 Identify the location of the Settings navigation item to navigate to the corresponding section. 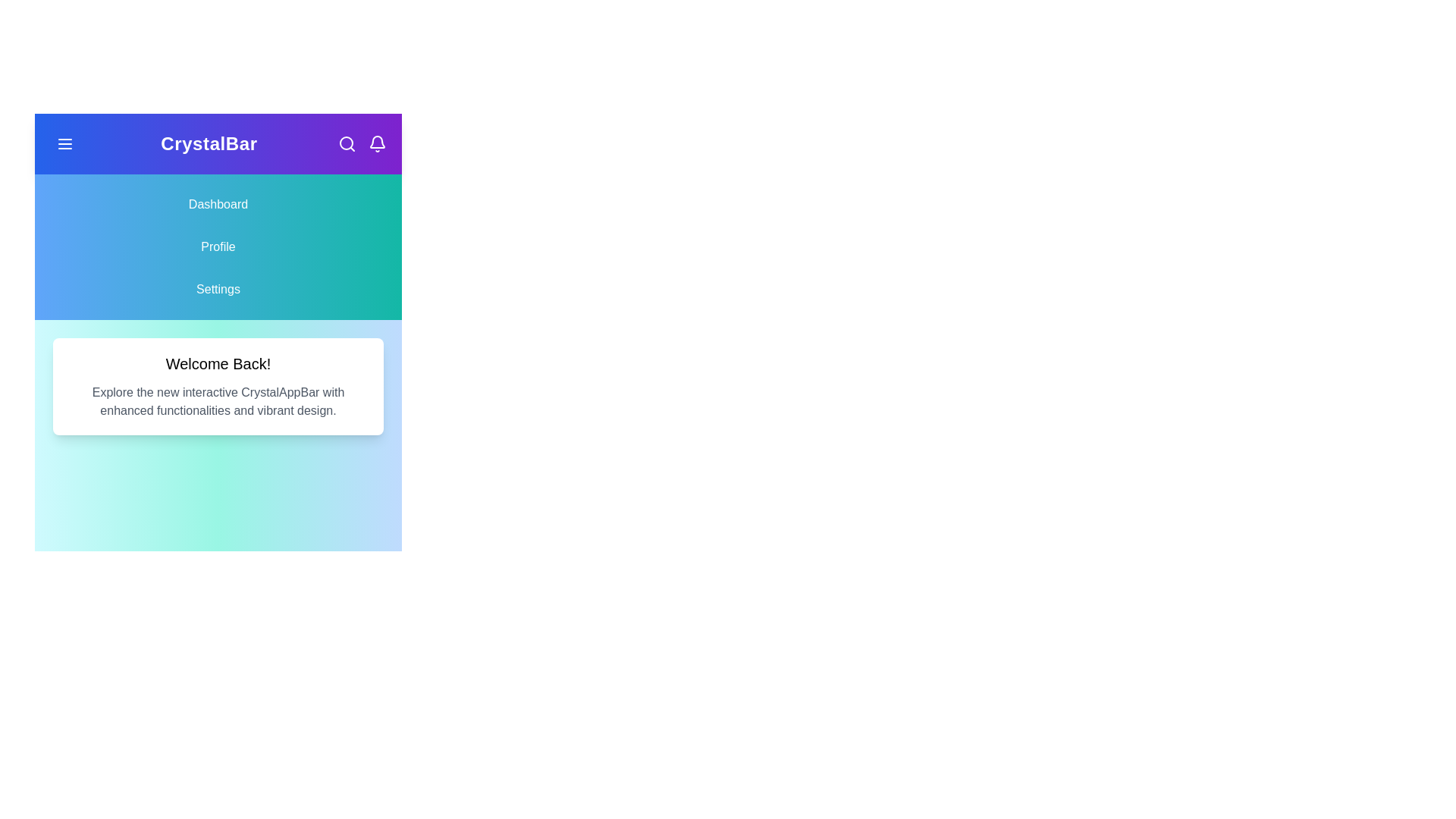
(218, 289).